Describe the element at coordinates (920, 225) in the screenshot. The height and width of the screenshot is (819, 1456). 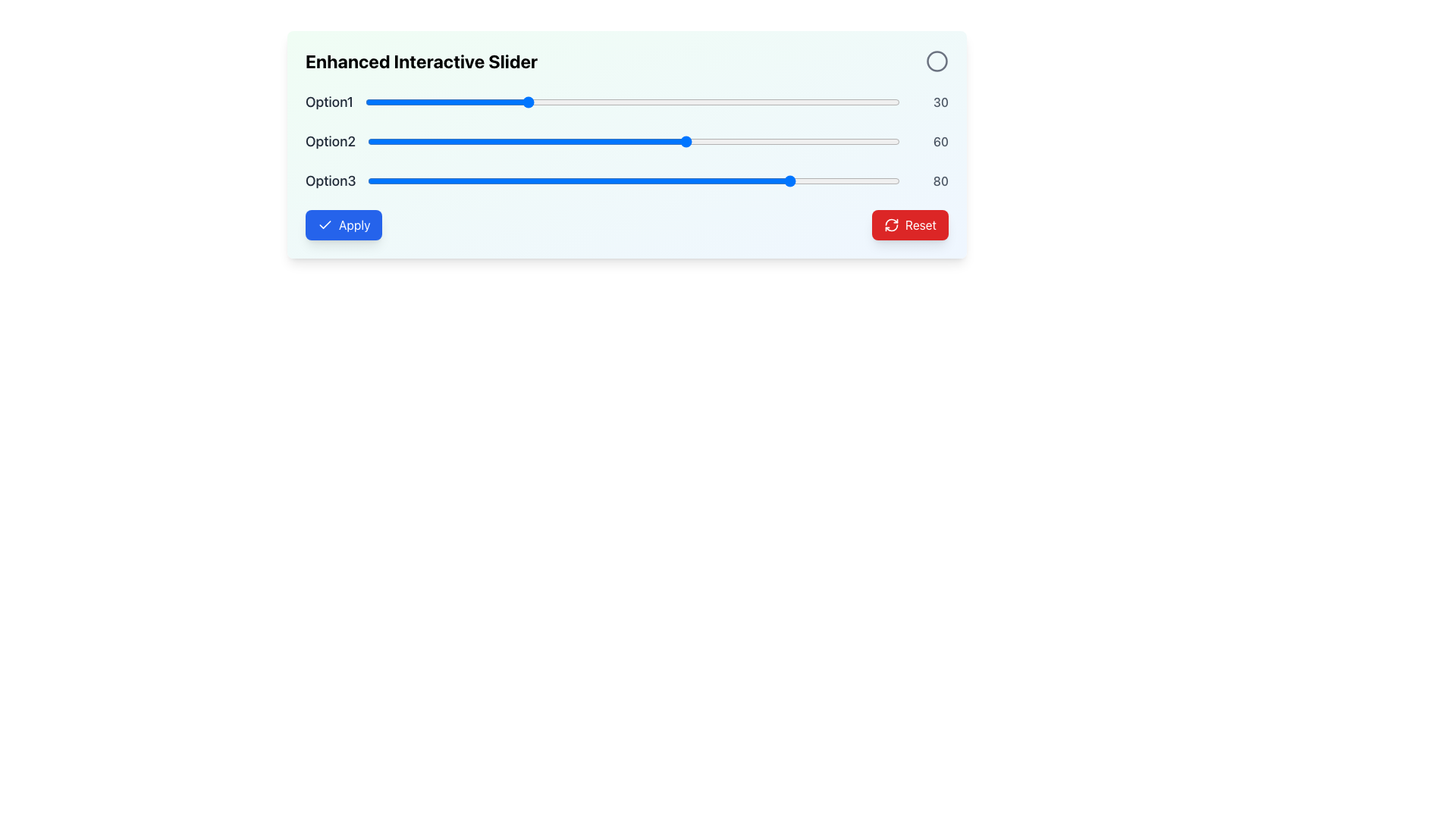
I see `the 'Reset' text label, which is situated within a solid red button with rounded corners, located at the bottom-right corner of the slider controls box` at that location.